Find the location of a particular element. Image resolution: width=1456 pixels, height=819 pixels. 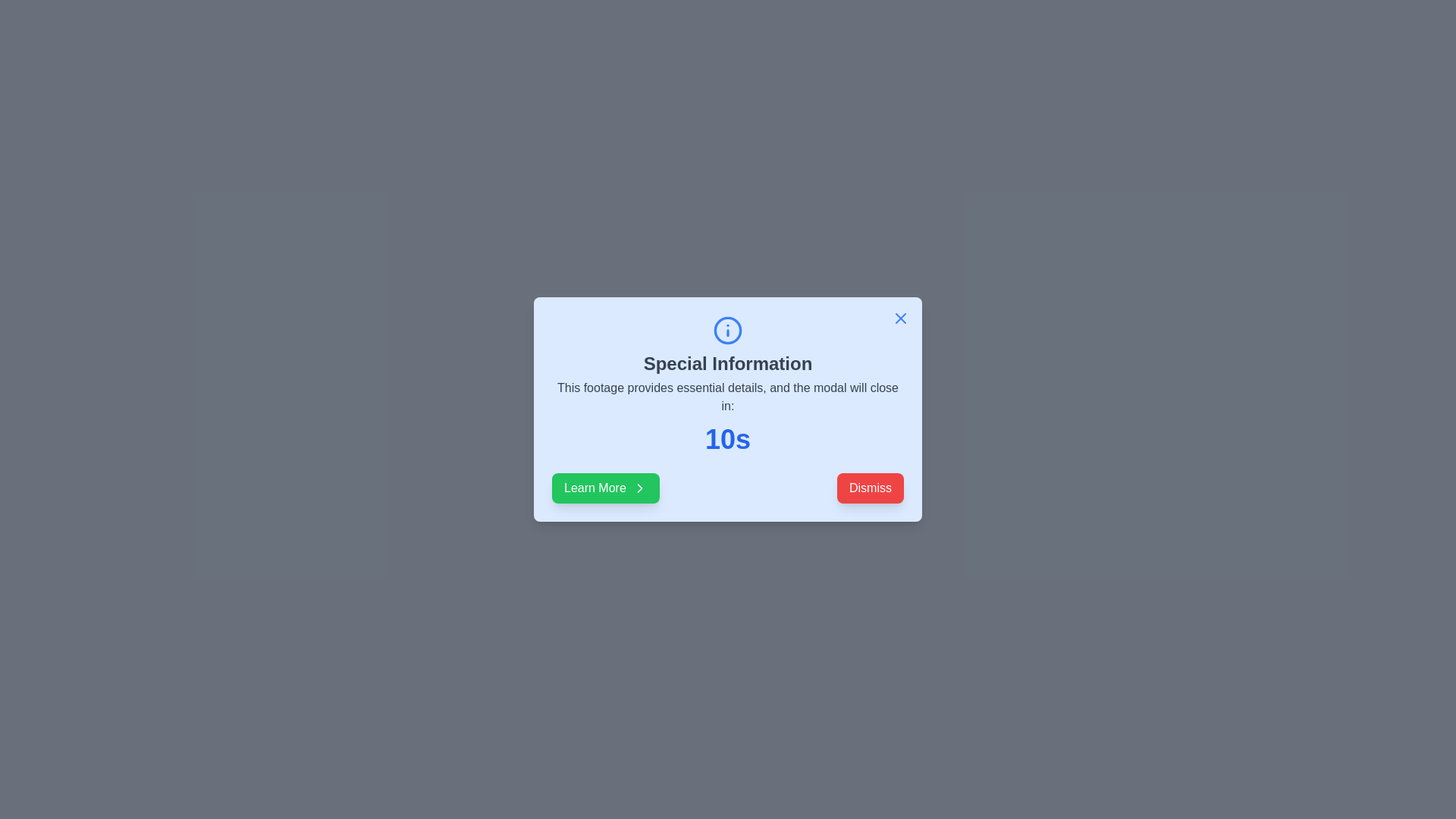

the circular outline of the information icon located at the top of the modal dialog box is located at coordinates (728, 329).